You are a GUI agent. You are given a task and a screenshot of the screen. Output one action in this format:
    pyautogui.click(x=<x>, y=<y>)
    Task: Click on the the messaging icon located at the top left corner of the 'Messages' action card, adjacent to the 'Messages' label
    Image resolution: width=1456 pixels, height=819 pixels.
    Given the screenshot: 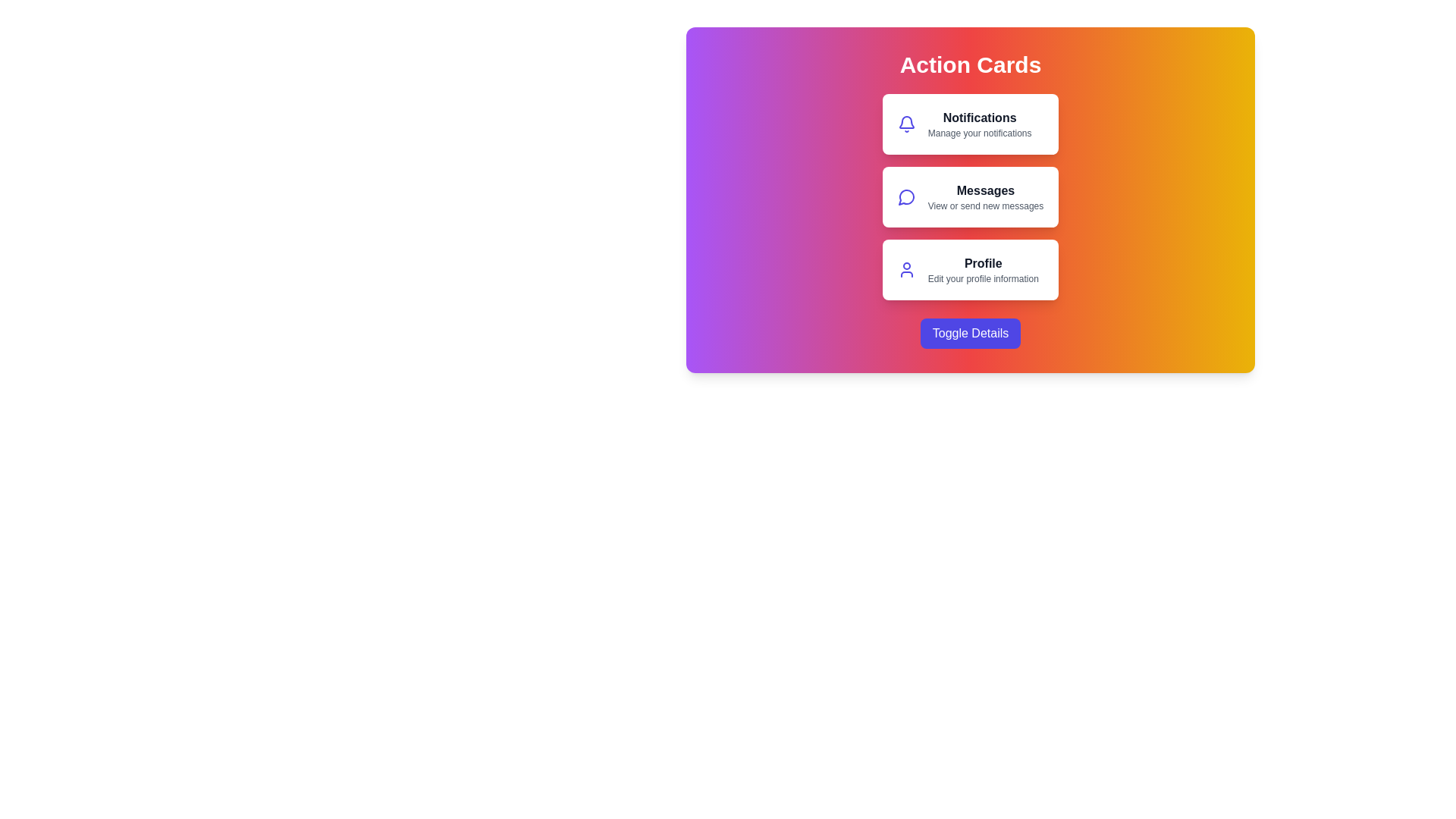 What is the action you would take?
    pyautogui.click(x=906, y=196)
    